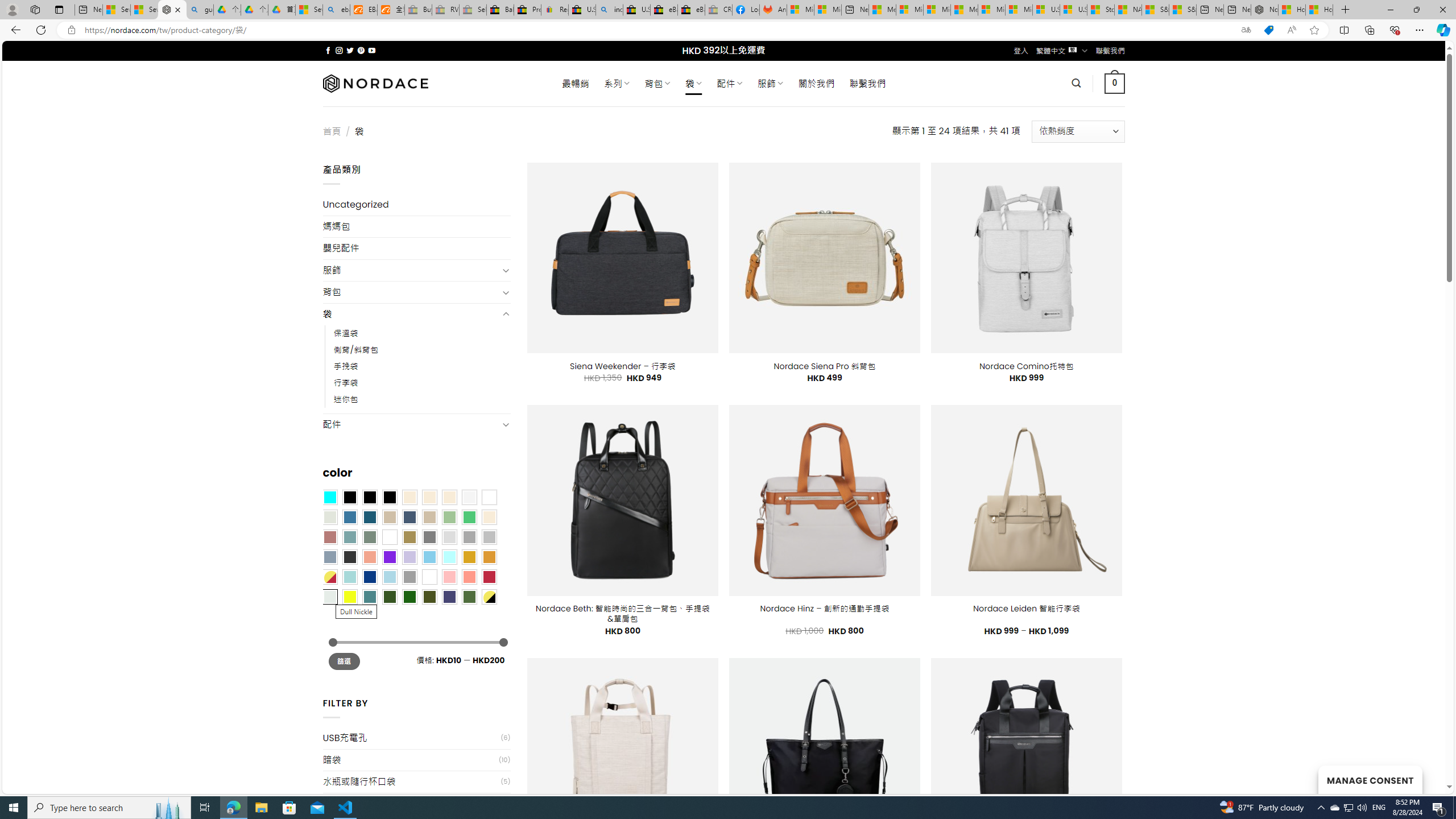  What do you see at coordinates (449, 497) in the screenshot?
I see `'Cream'` at bounding box center [449, 497].